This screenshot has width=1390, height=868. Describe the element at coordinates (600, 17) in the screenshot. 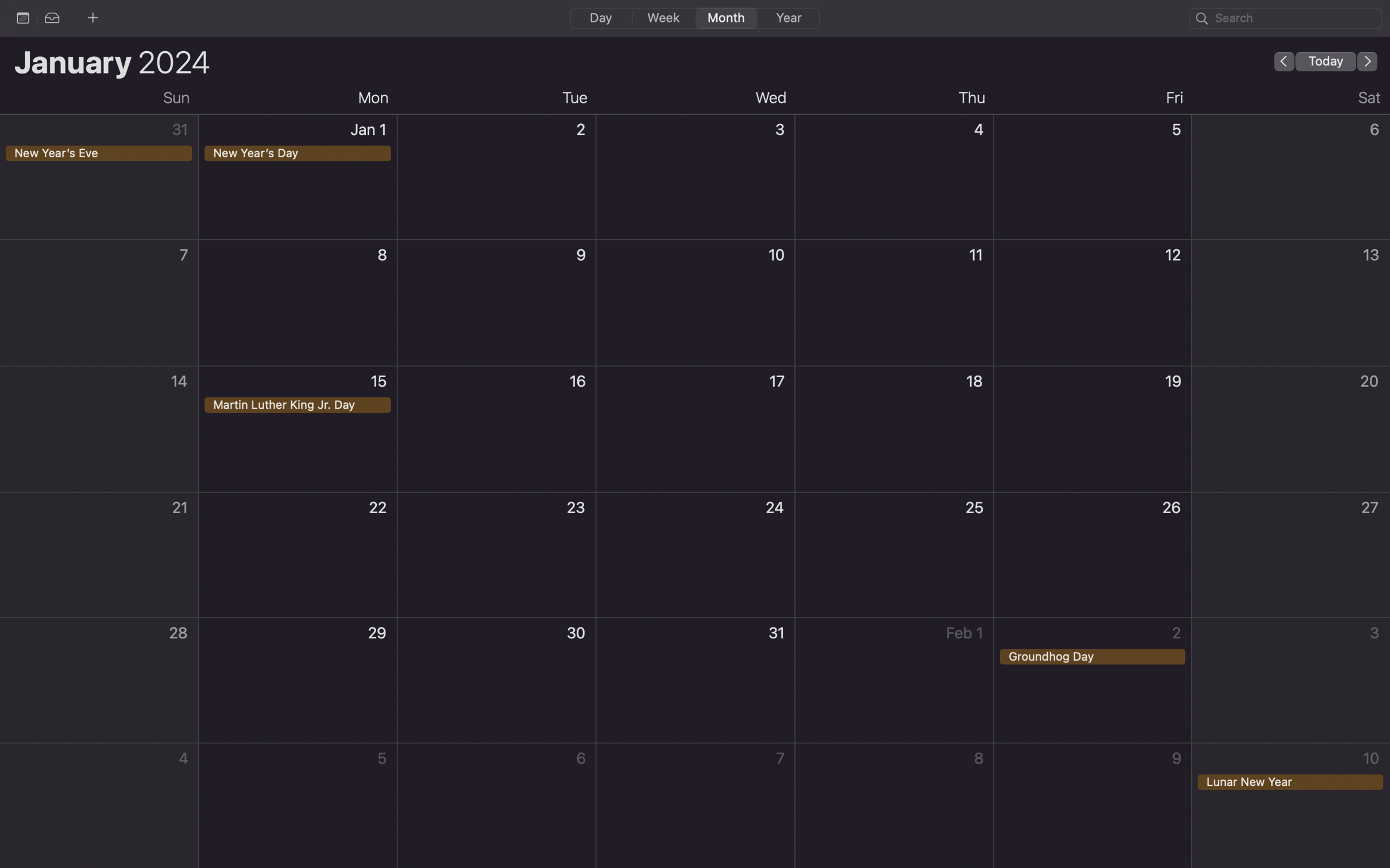

I see `Display the calendar on a day-to-day basis` at that location.